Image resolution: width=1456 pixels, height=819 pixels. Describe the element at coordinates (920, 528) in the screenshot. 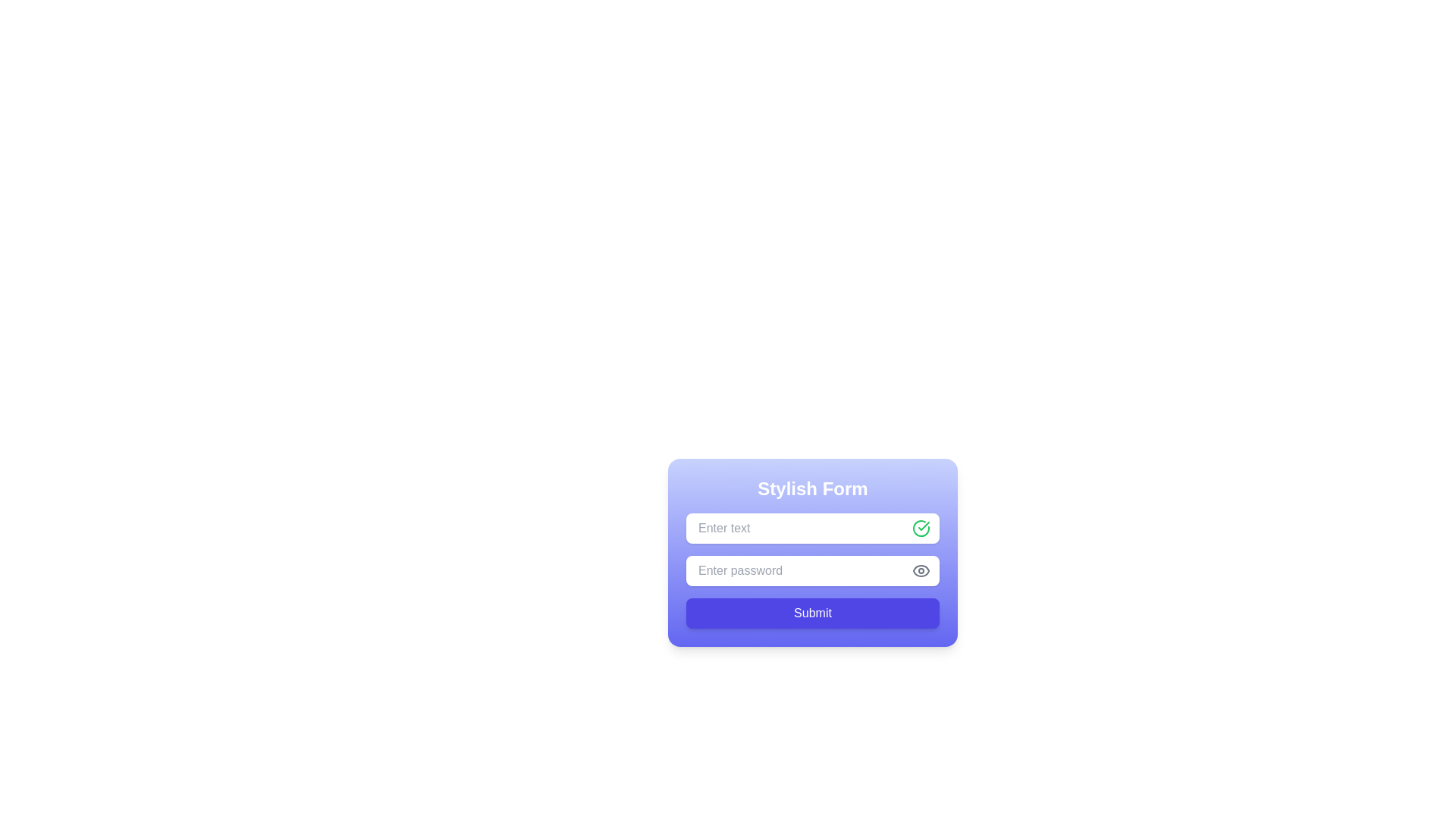

I see `the visual state of the green checkmark icon, which indicates a successful state, located at the right end of the input field for text entry` at that location.